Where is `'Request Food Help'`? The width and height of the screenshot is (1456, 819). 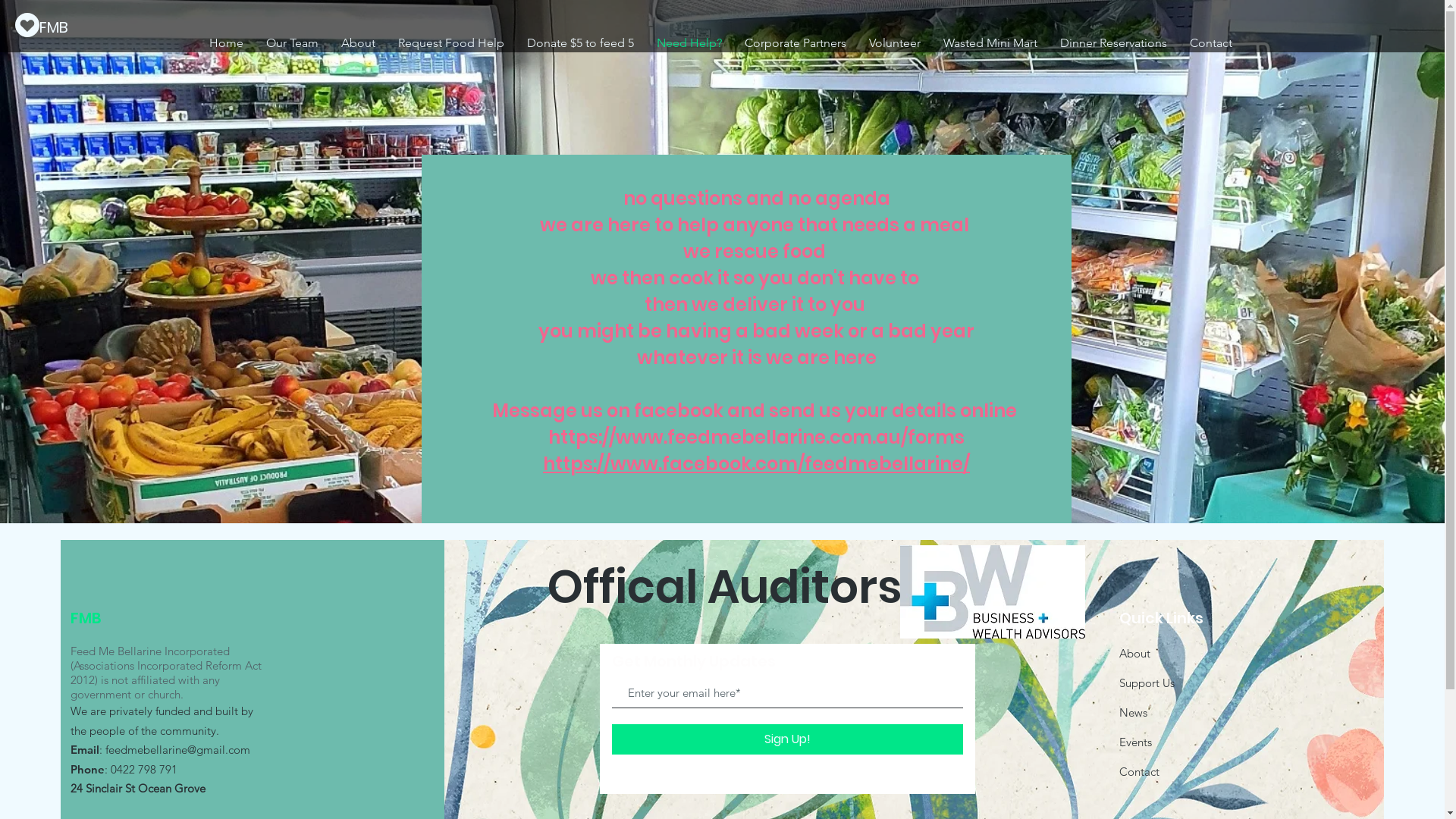 'Request Food Help' is located at coordinates (450, 42).